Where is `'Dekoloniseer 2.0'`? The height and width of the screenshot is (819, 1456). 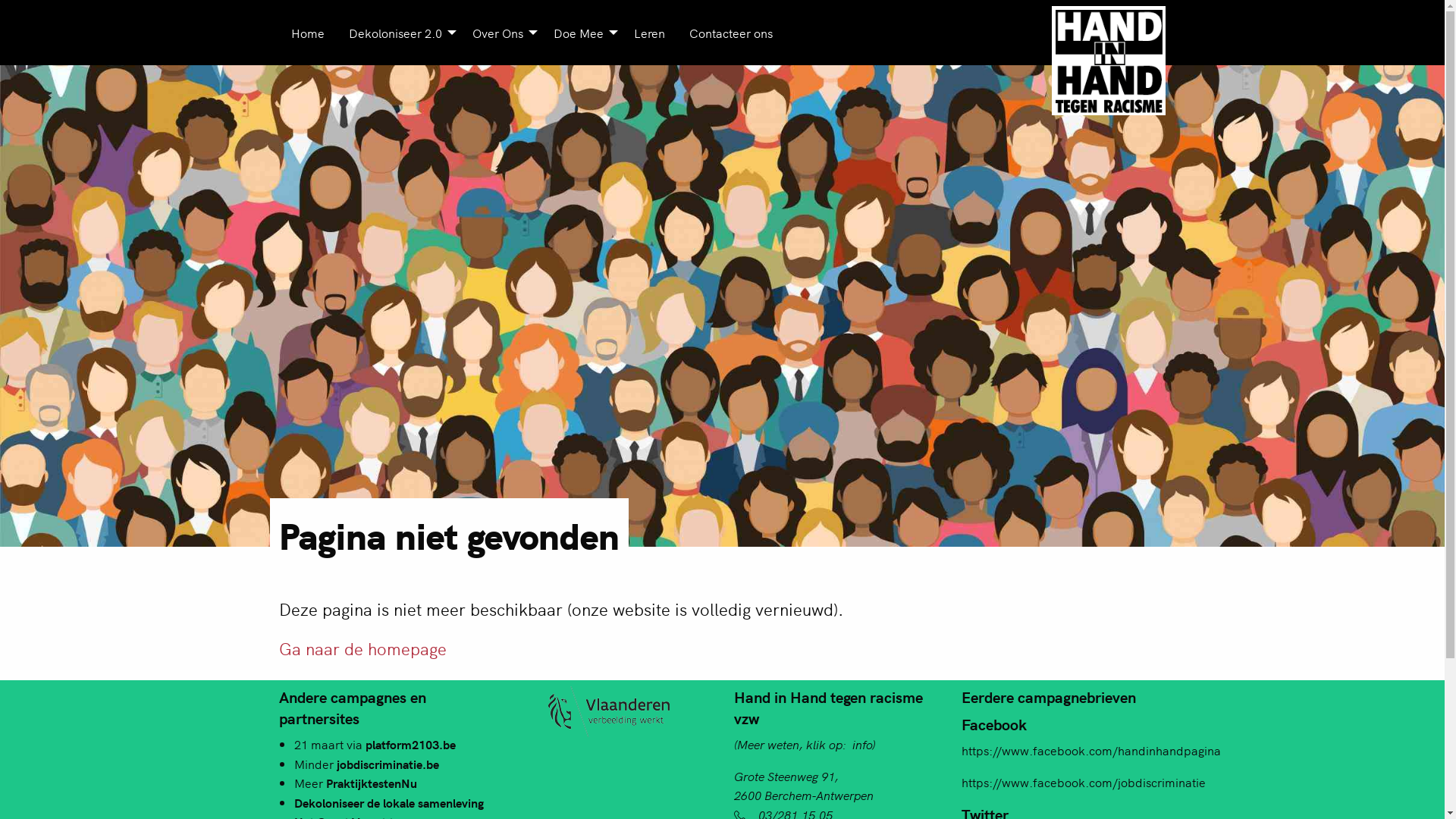
'Dekoloniseer 2.0' is located at coordinates (398, 32).